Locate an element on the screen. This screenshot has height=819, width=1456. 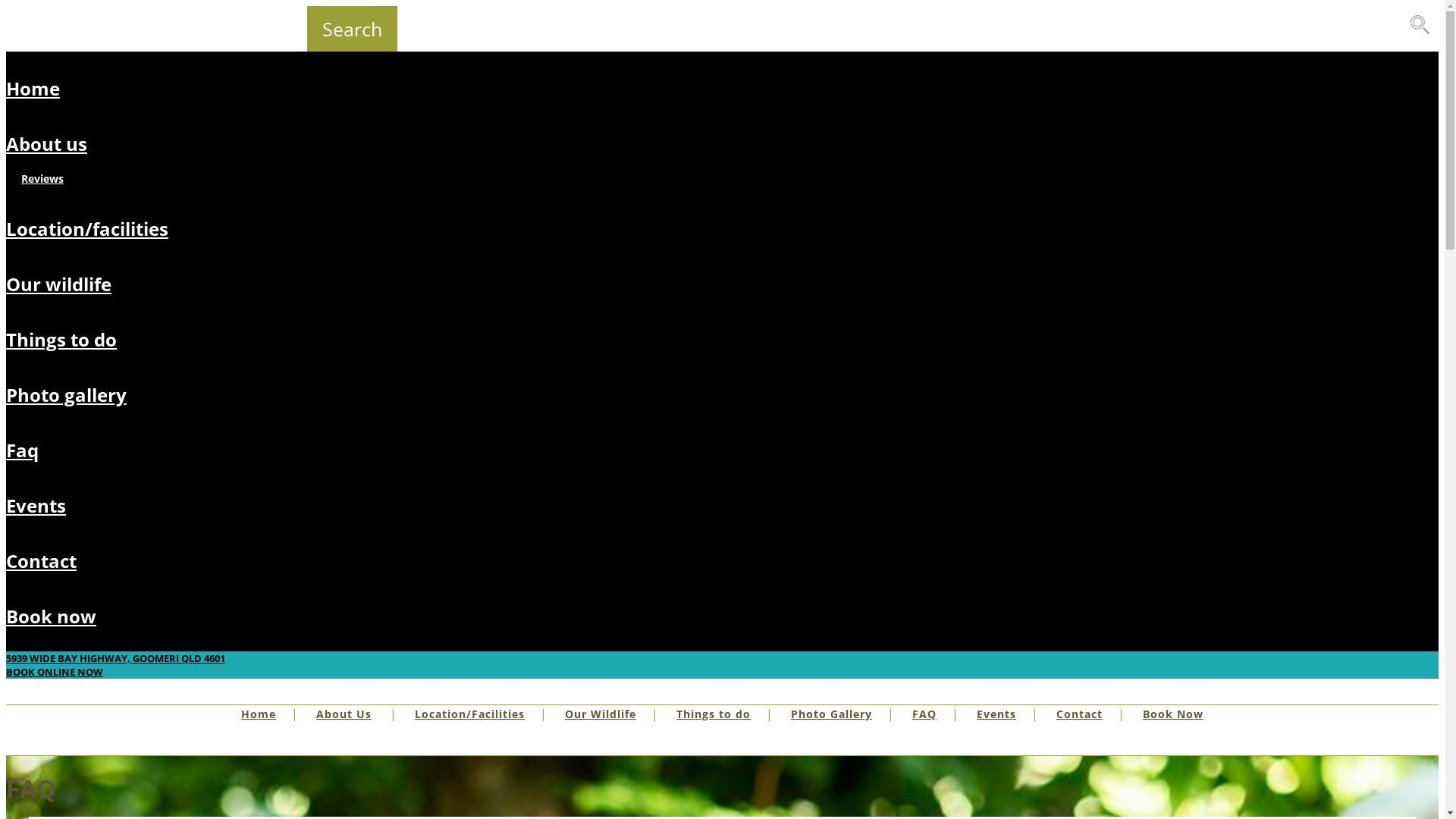
'Search' is located at coordinates (351, 29).